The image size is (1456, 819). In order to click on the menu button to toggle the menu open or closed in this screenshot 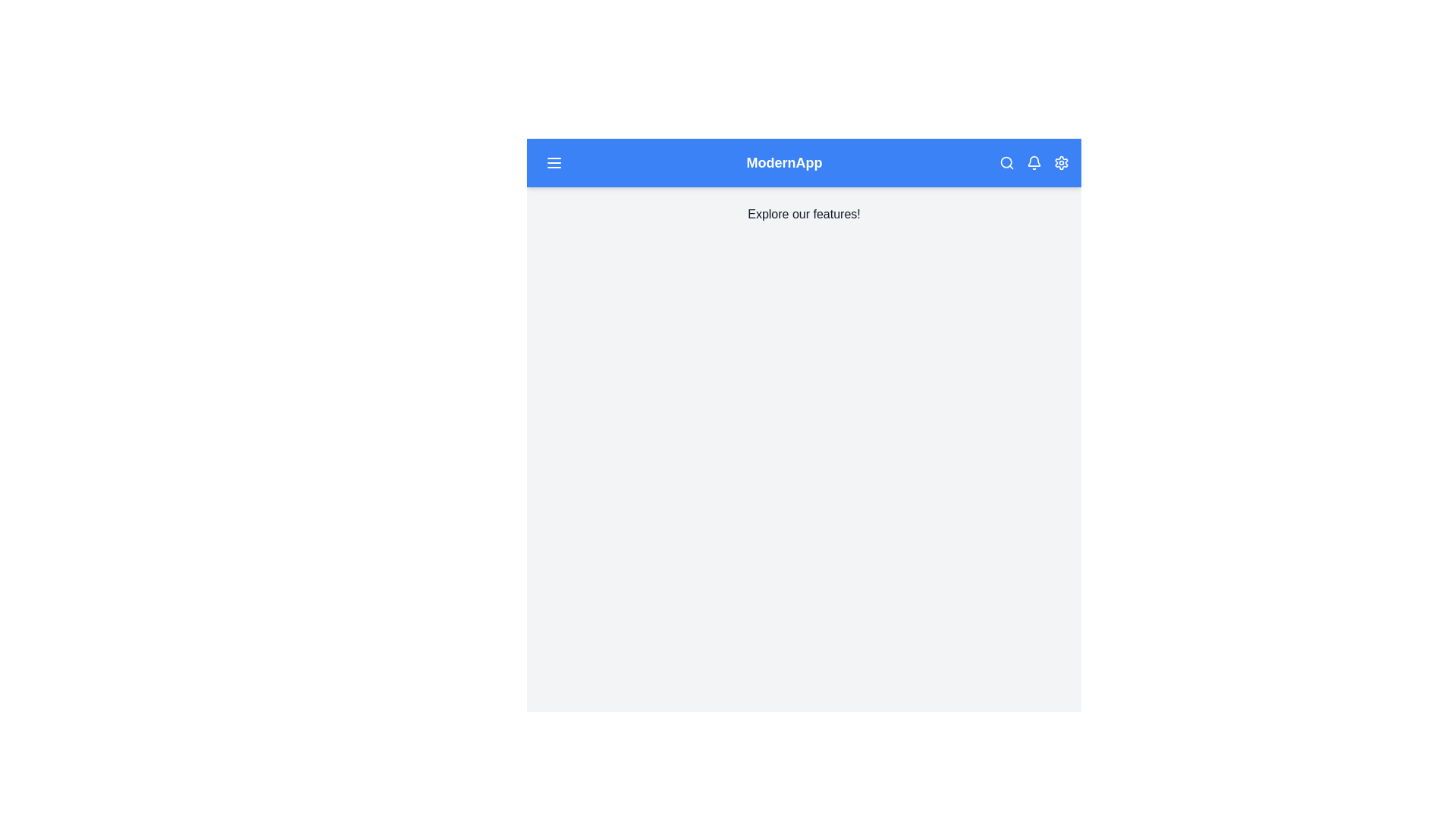, I will do `click(553, 163)`.